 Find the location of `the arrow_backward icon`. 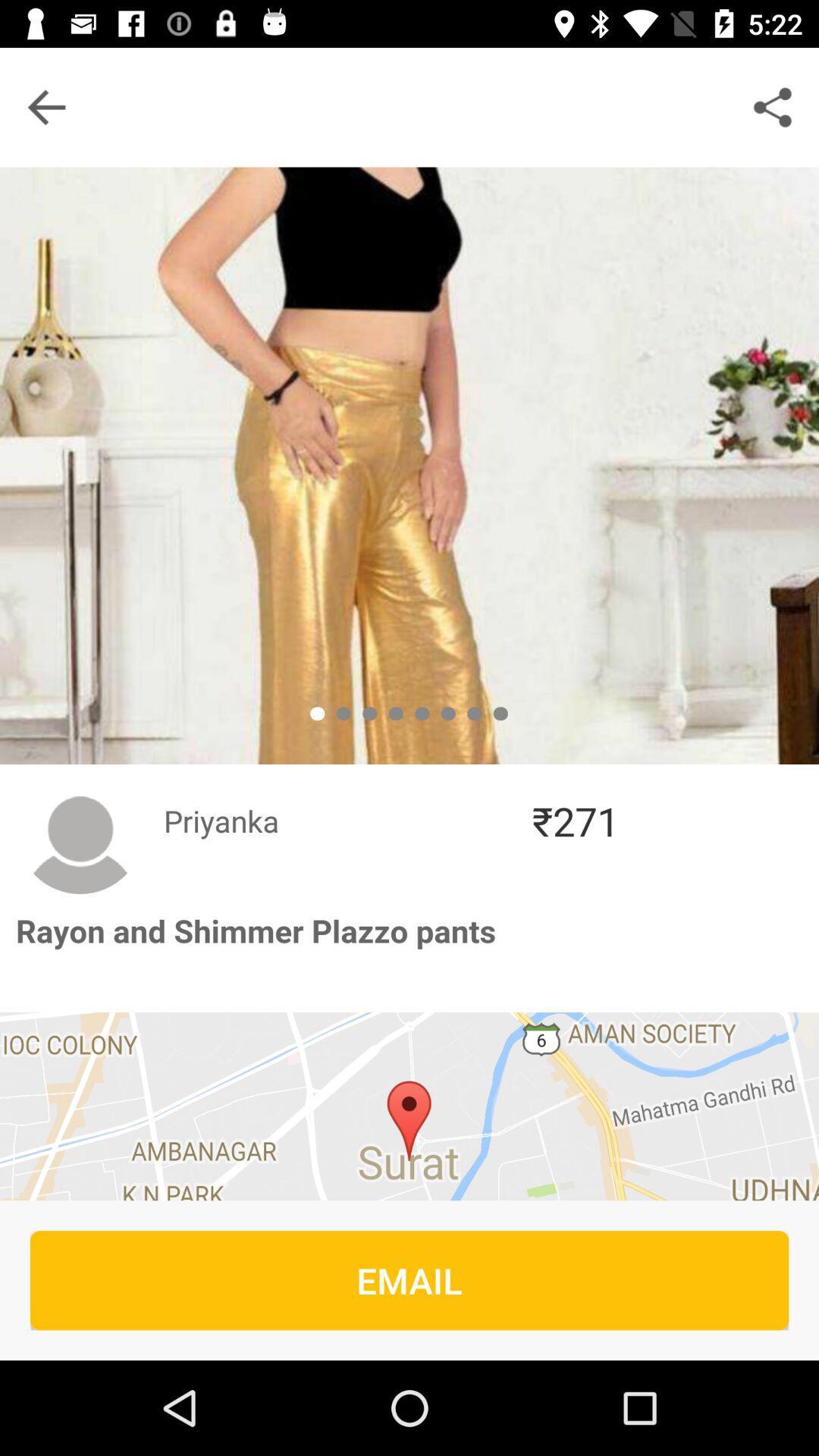

the arrow_backward icon is located at coordinates (45, 106).